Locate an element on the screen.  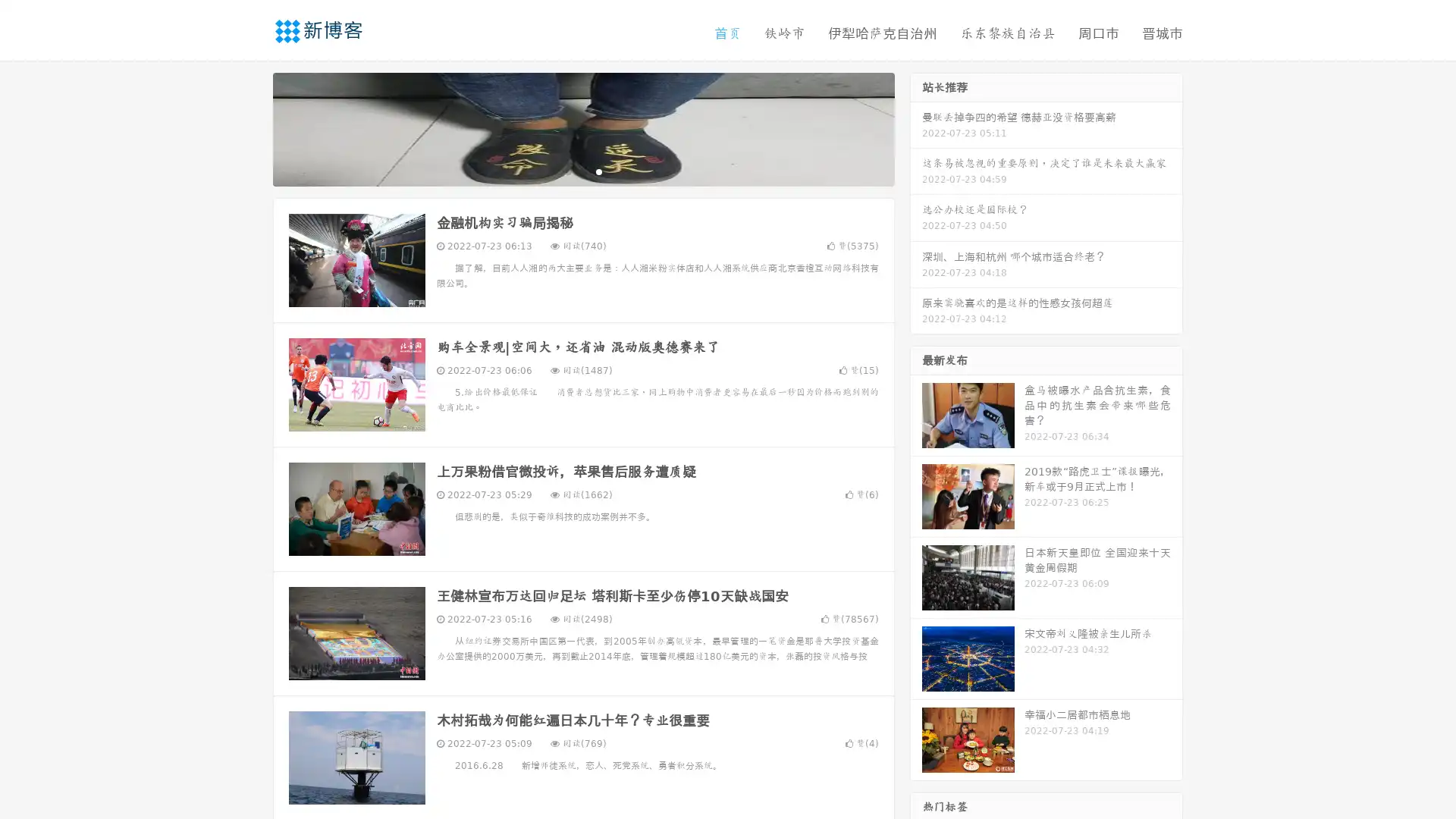
Previous slide is located at coordinates (250, 127).